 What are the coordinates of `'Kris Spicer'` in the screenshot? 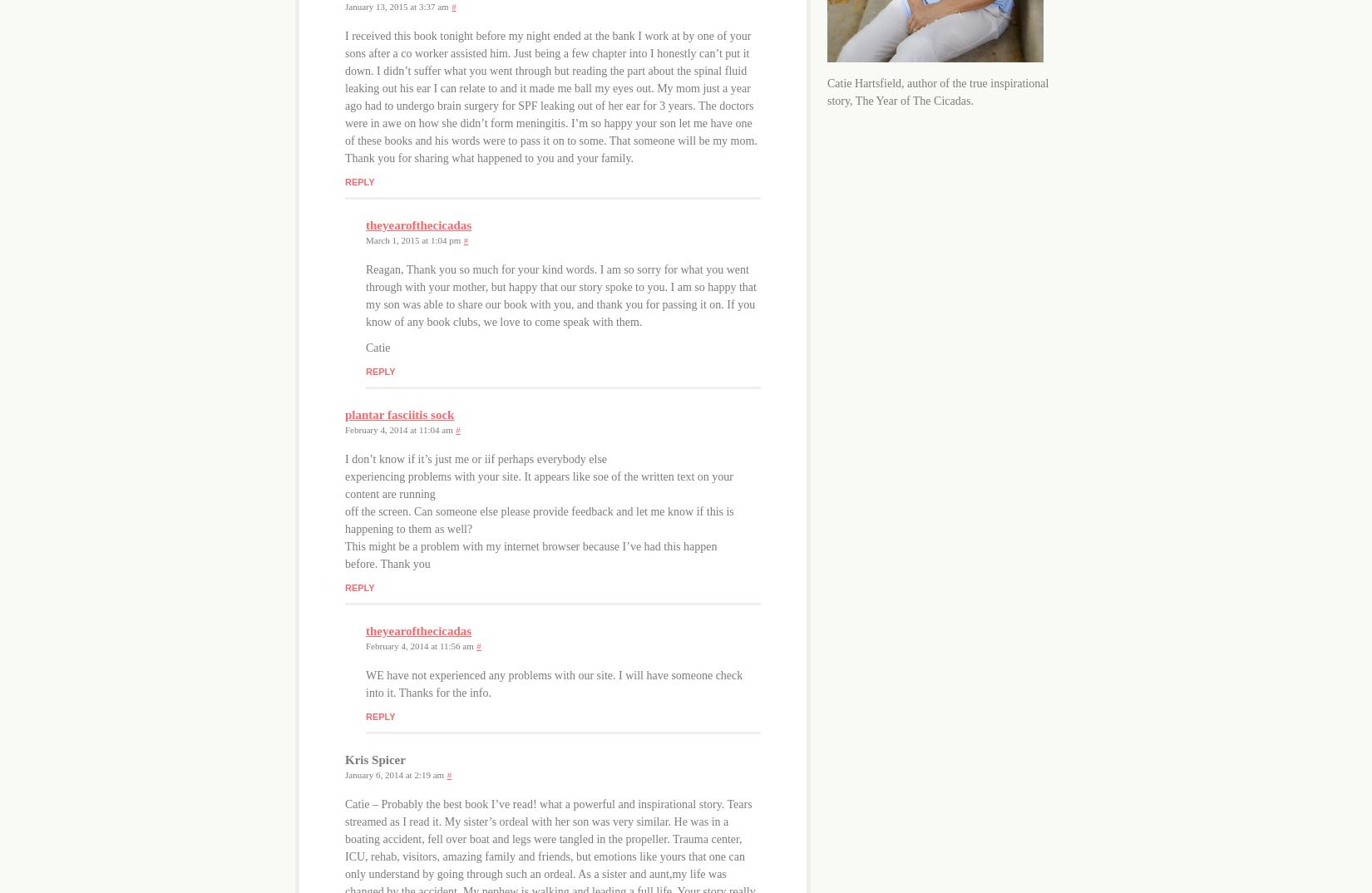 It's located at (343, 758).